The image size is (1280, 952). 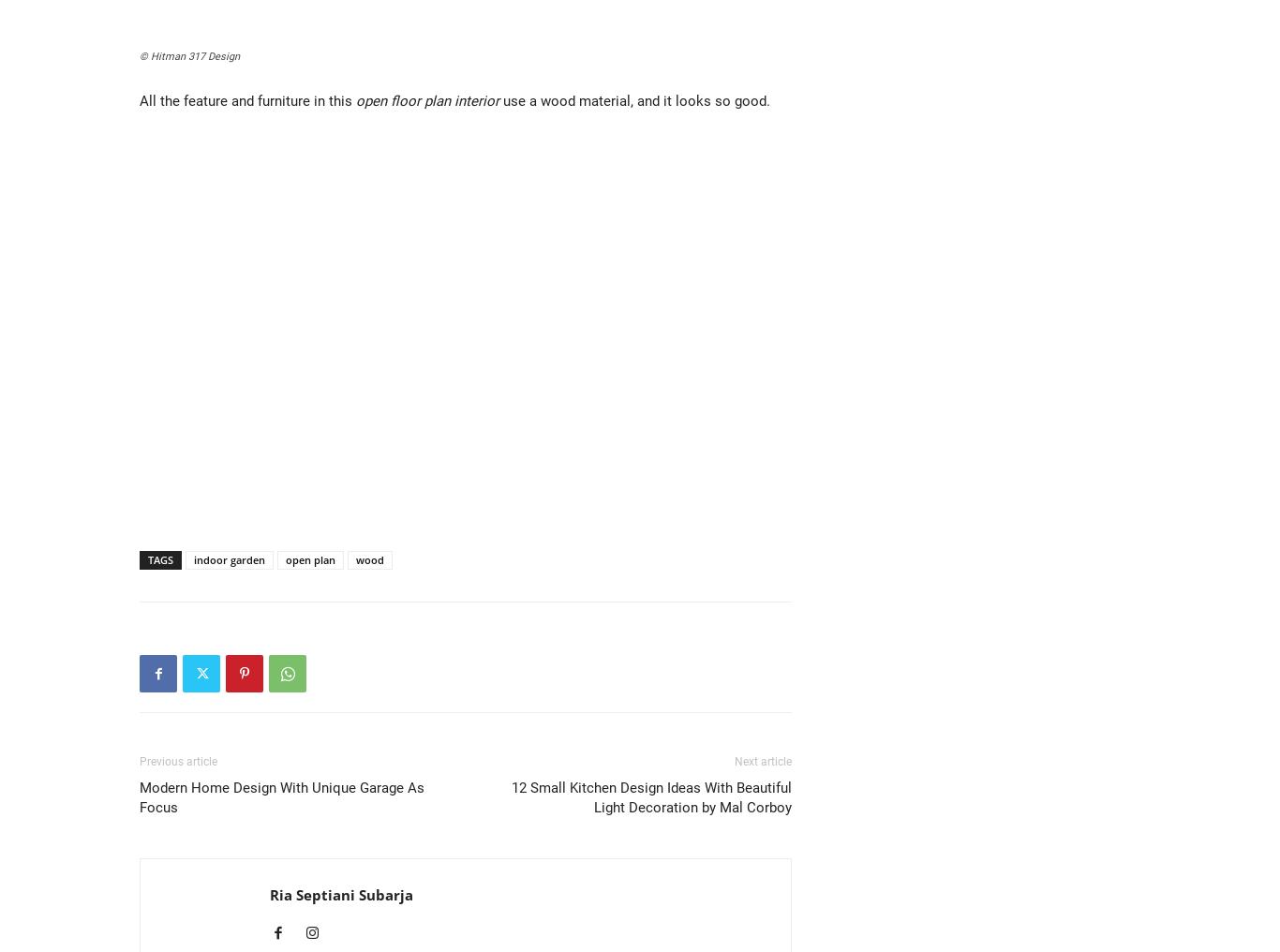 I want to click on 'use a wood material, and it looks so good.', so click(x=633, y=101).